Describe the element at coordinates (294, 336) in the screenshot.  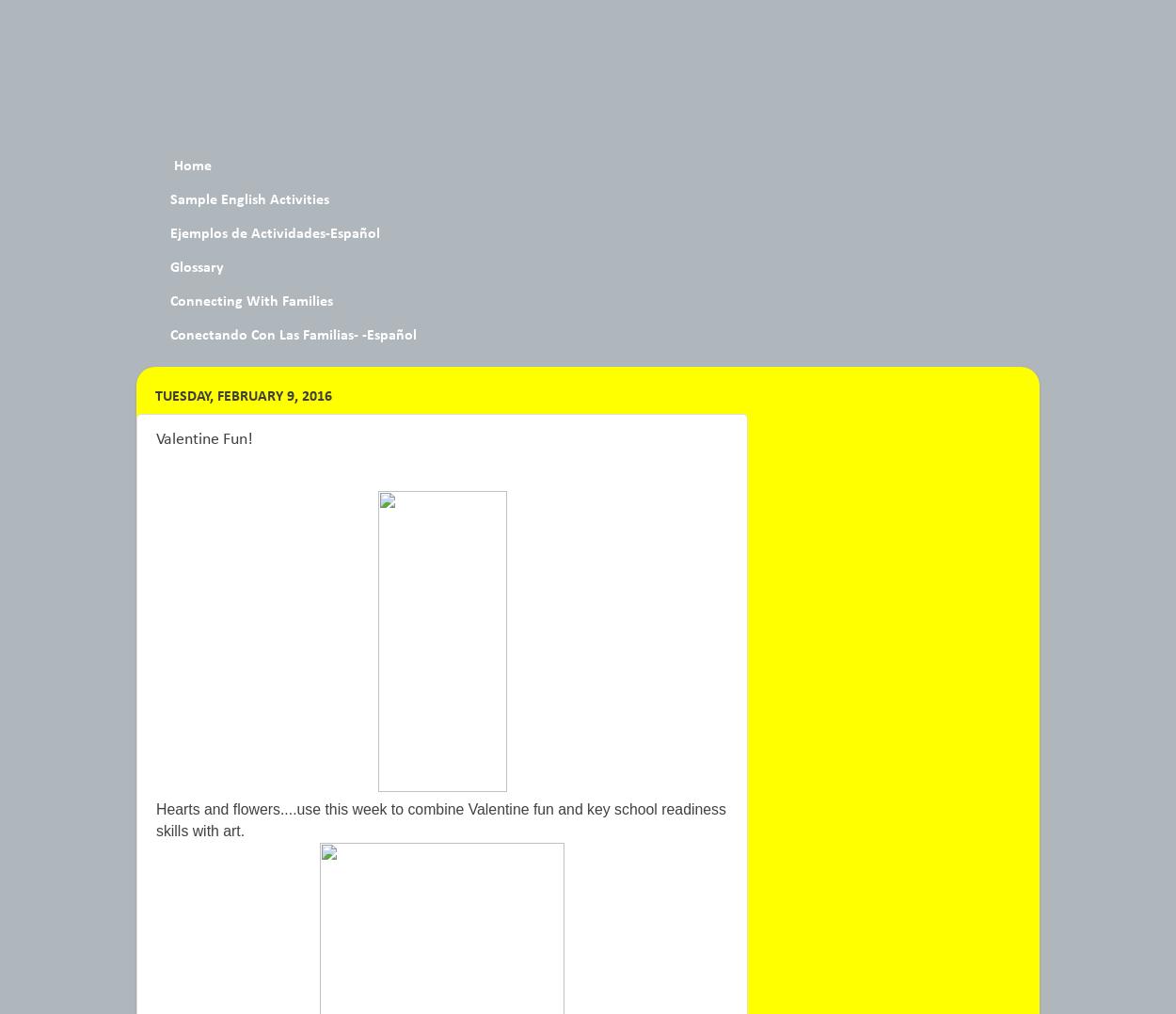
I see `'Conectando Con Las Familias- -Español'` at that location.